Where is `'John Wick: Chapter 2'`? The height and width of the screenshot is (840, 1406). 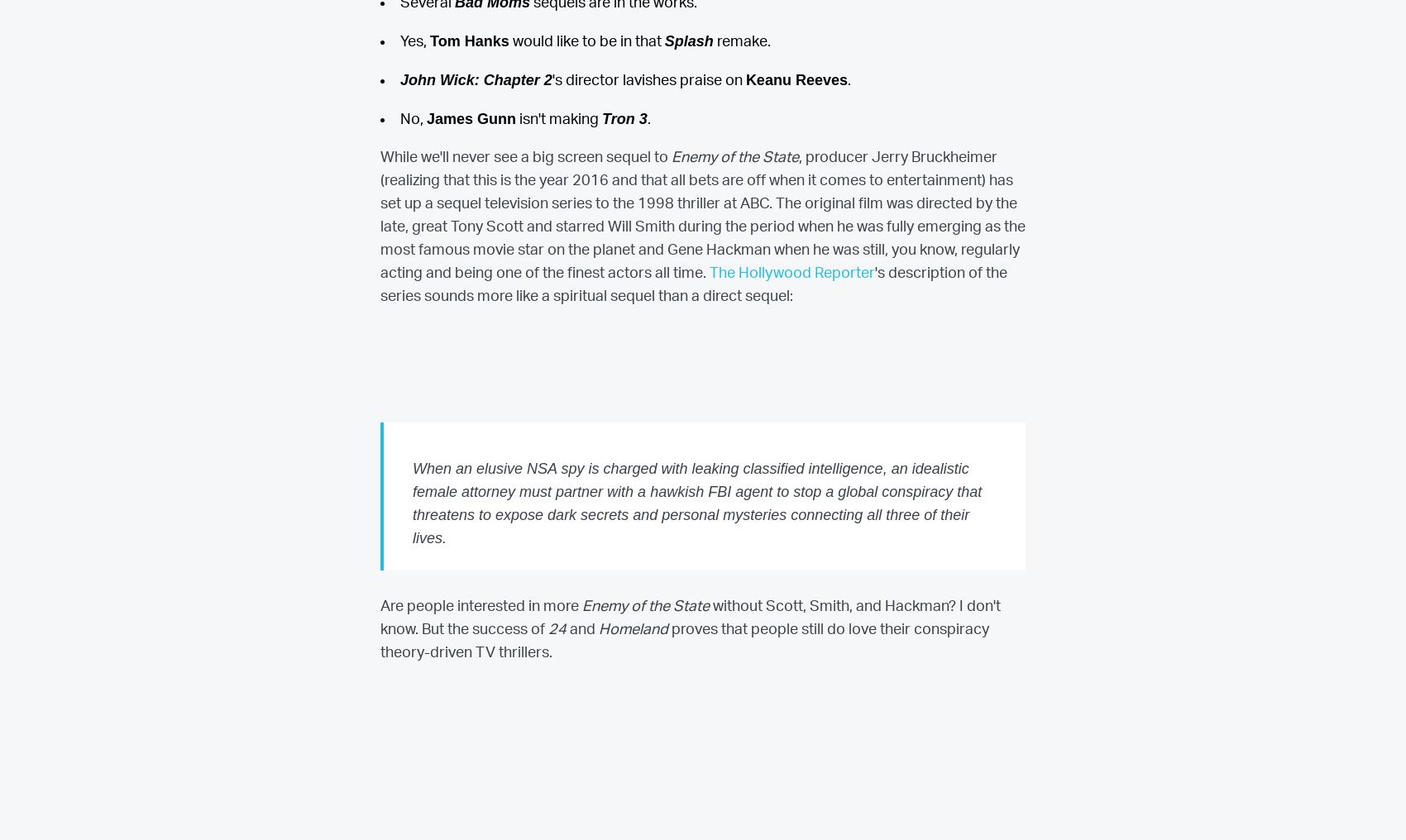 'John Wick: Chapter 2' is located at coordinates (399, 79).